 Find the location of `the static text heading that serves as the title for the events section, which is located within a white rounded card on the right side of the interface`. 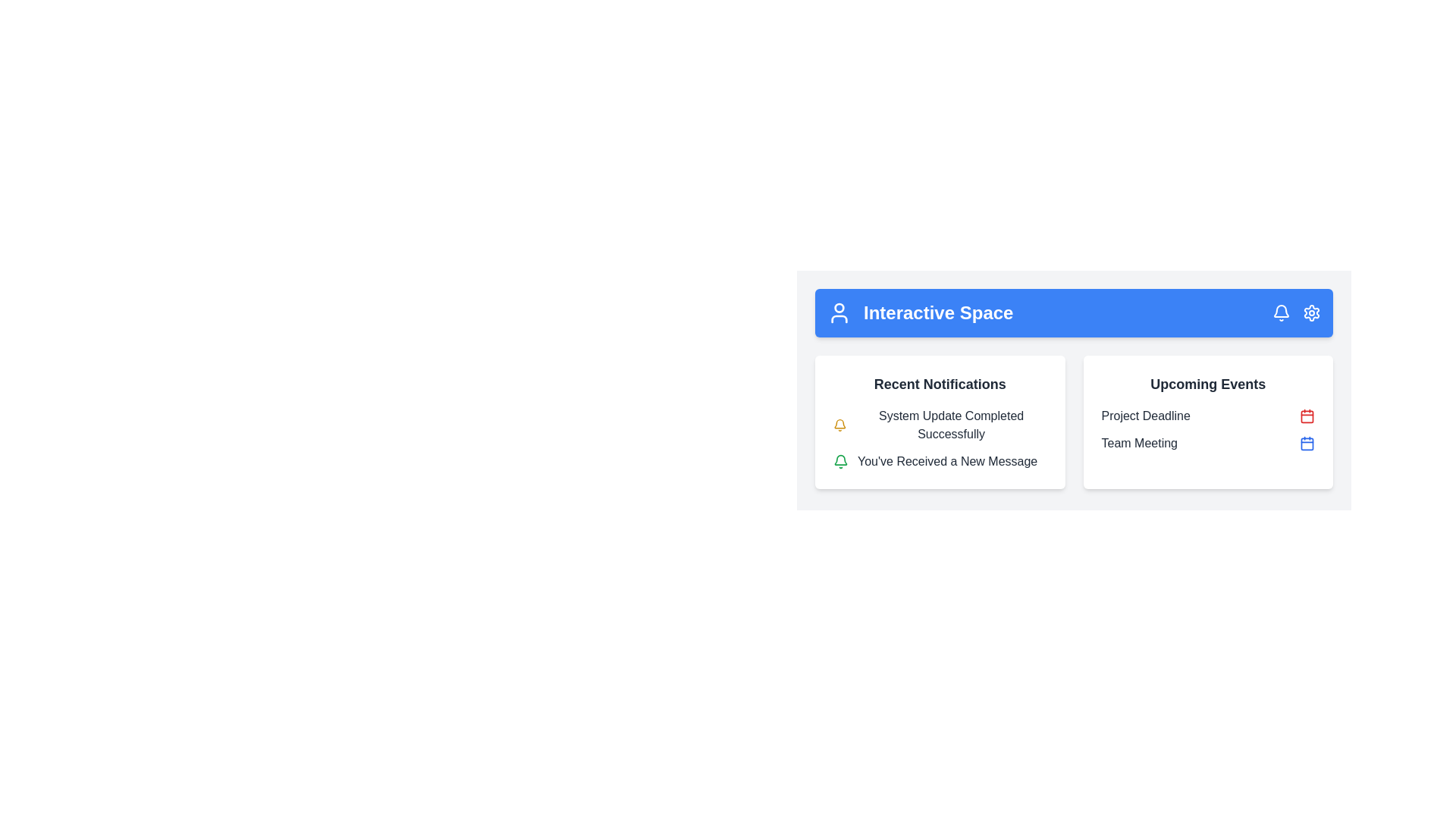

the static text heading that serves as the title for the events section, which is located within a white rounded card on the right side of the interface is located at coordinates (1207, 383).